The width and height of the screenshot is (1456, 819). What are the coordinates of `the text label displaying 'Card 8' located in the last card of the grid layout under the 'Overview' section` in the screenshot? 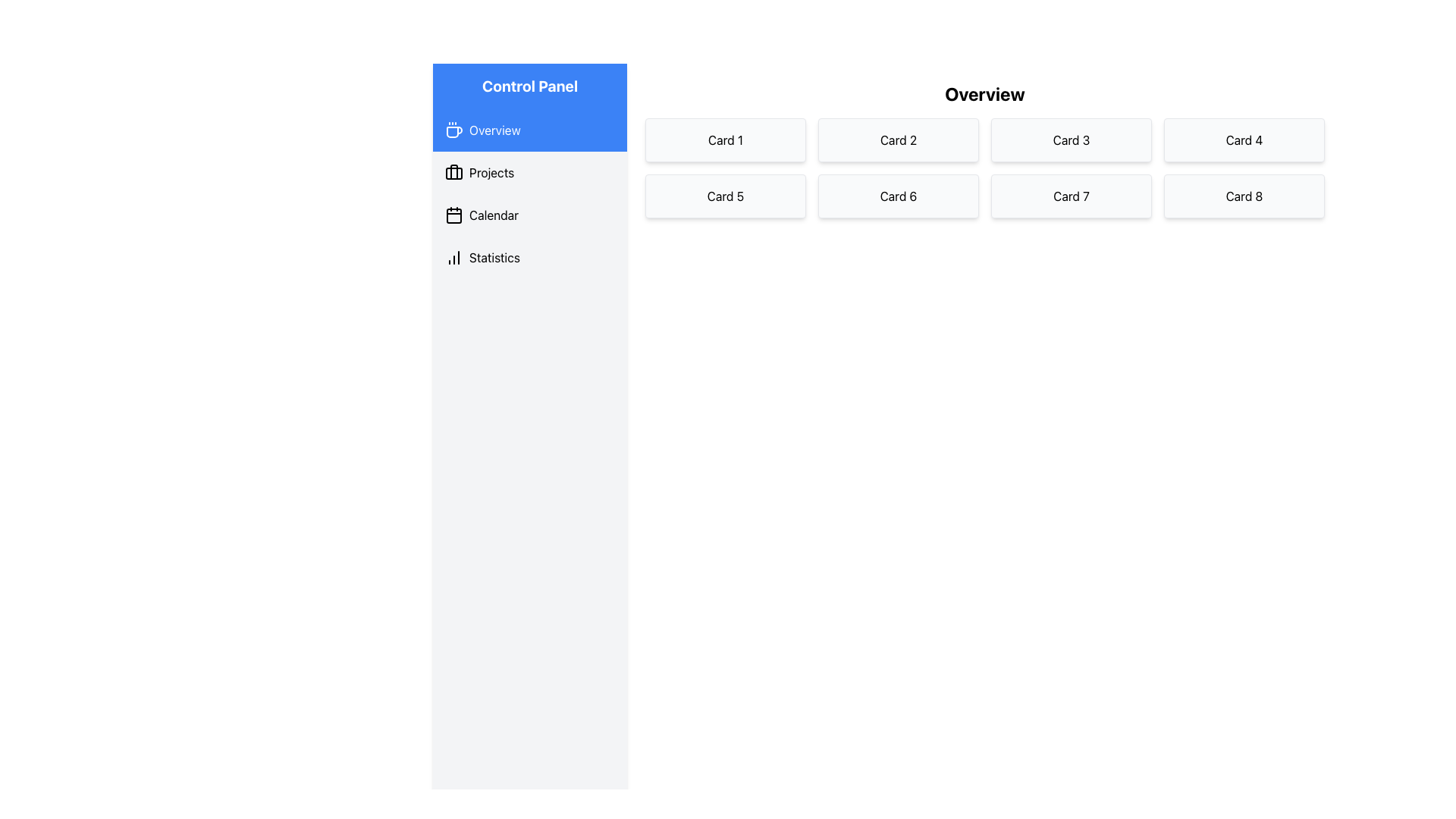 It's located at (1244, 195).